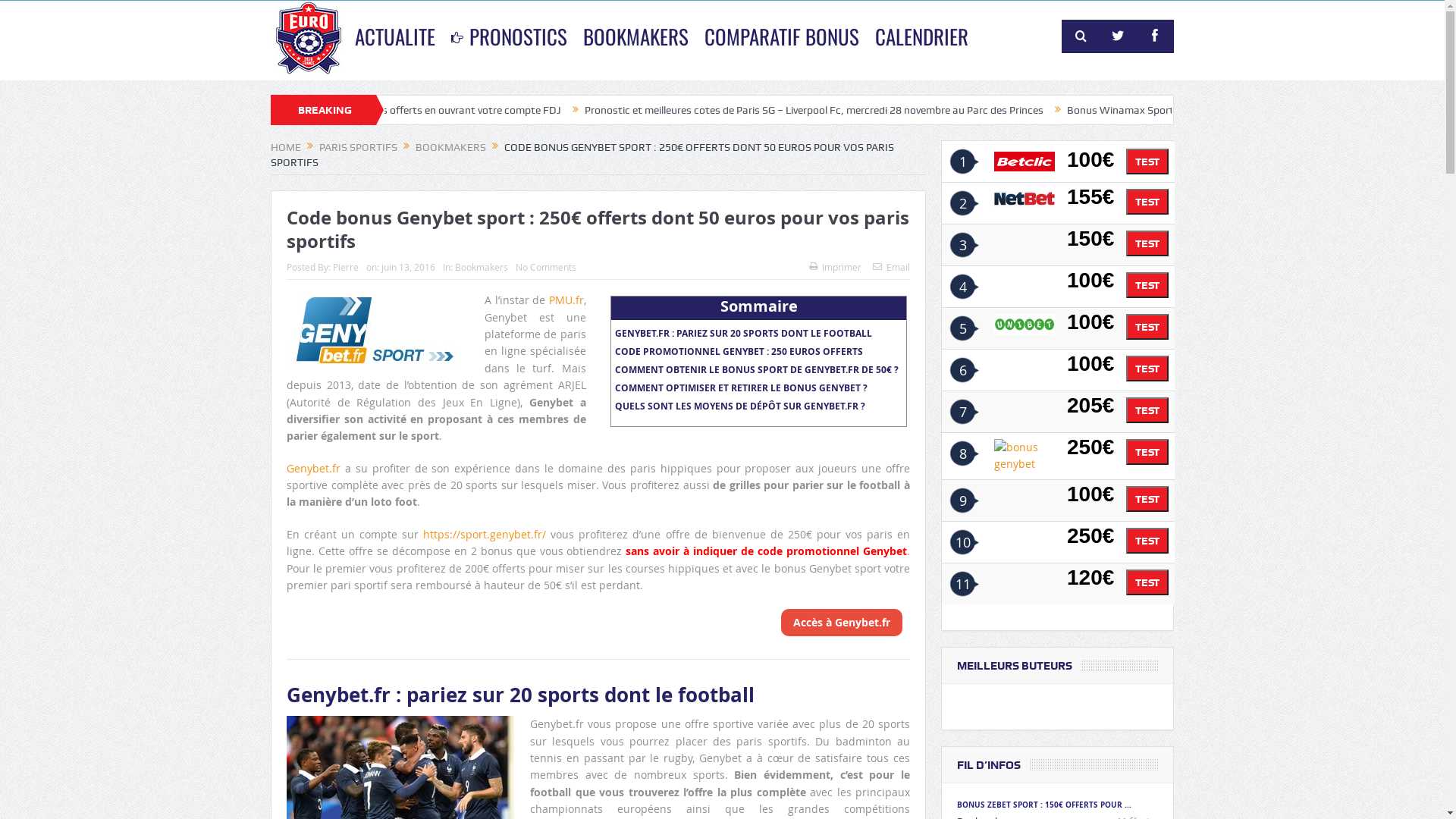 Image resolution: width=1456 pixels, height=819 pixels. I want to click on 'HOME', so click(286, 146).